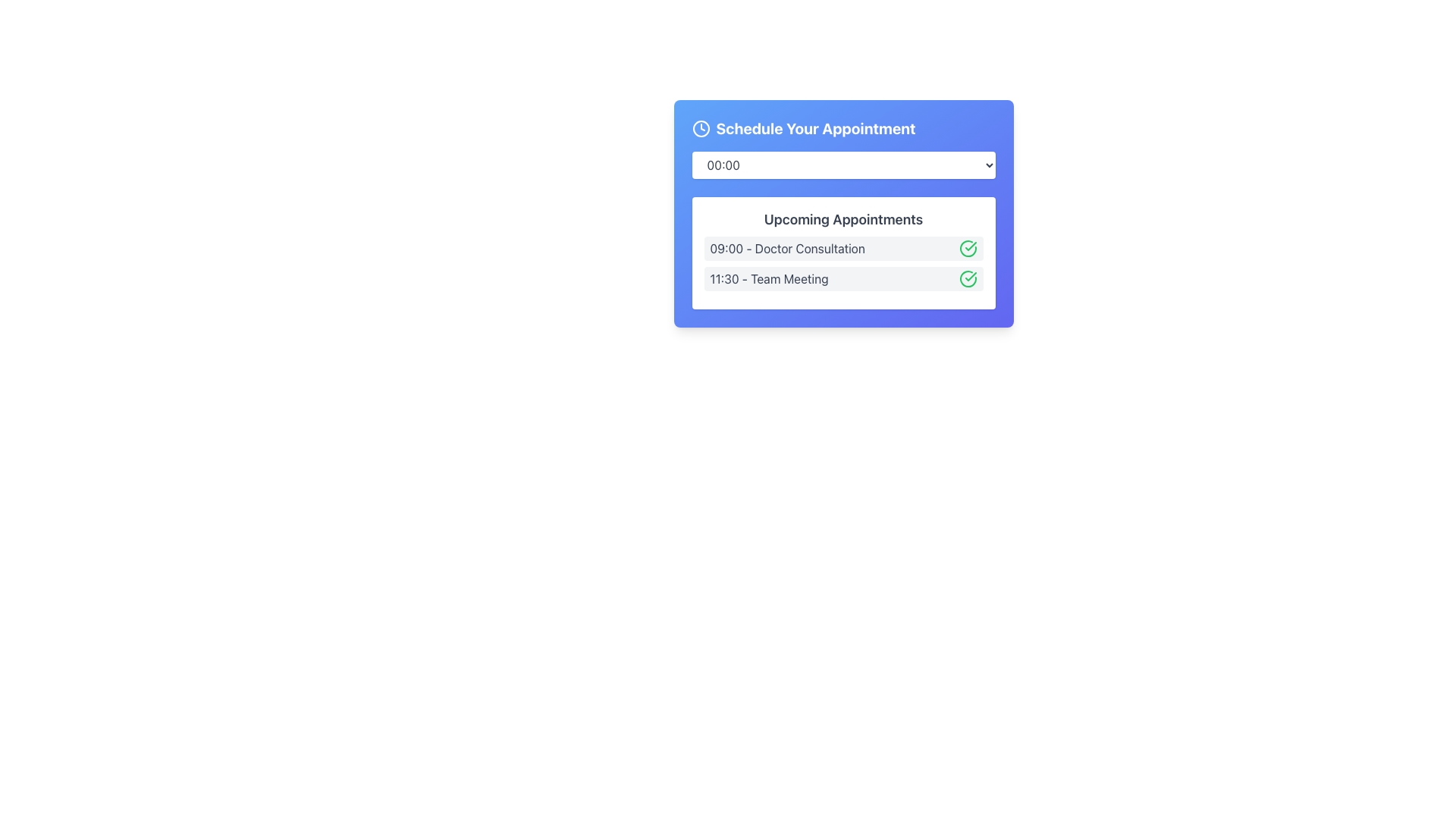  Describe the element at coordinates (843, 253) in the screenshot. I see `the rectangular card displaying scheduled activities with a white background, containing text for '09:00 - Doctor Consultation' and '11:30 - Team Meeting', located in the bottom section of the blue card titled 'Schedule Your Appointment'` at that location.